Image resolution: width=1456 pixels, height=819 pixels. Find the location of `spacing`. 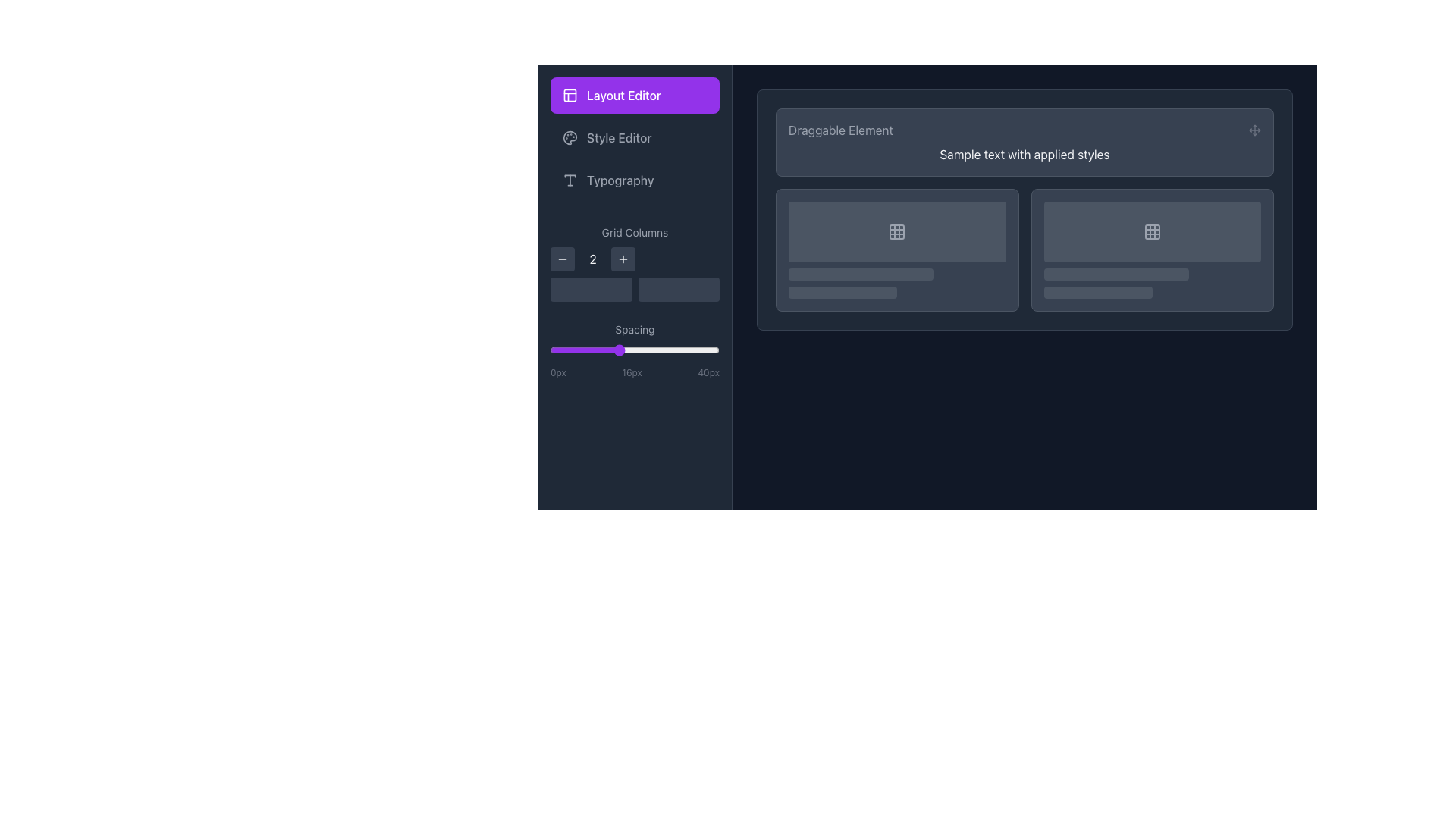

spacing is located at coordinates (591, 350).